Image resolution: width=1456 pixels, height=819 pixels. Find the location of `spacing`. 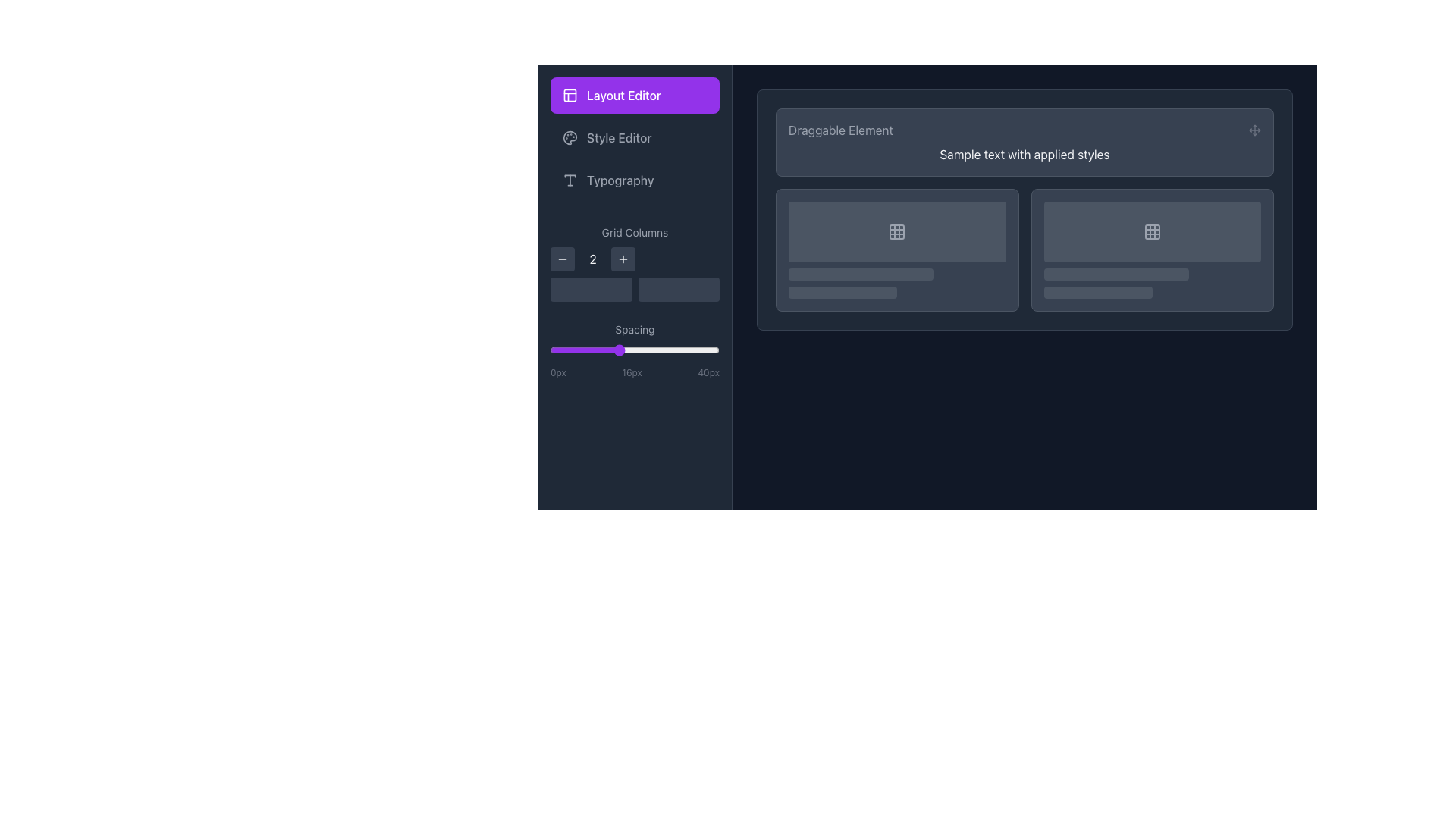

spacing is located at coordinates (591, 350).